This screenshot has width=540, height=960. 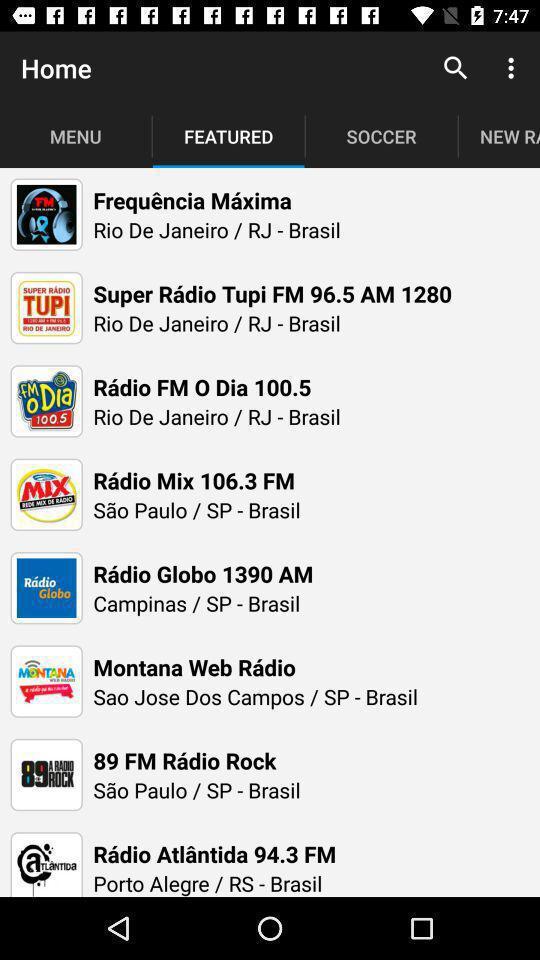 What do you see at coordinates (513, 68) in the screenshot?
I see `icon above the new radios icon` at bounding box center [513, 68].